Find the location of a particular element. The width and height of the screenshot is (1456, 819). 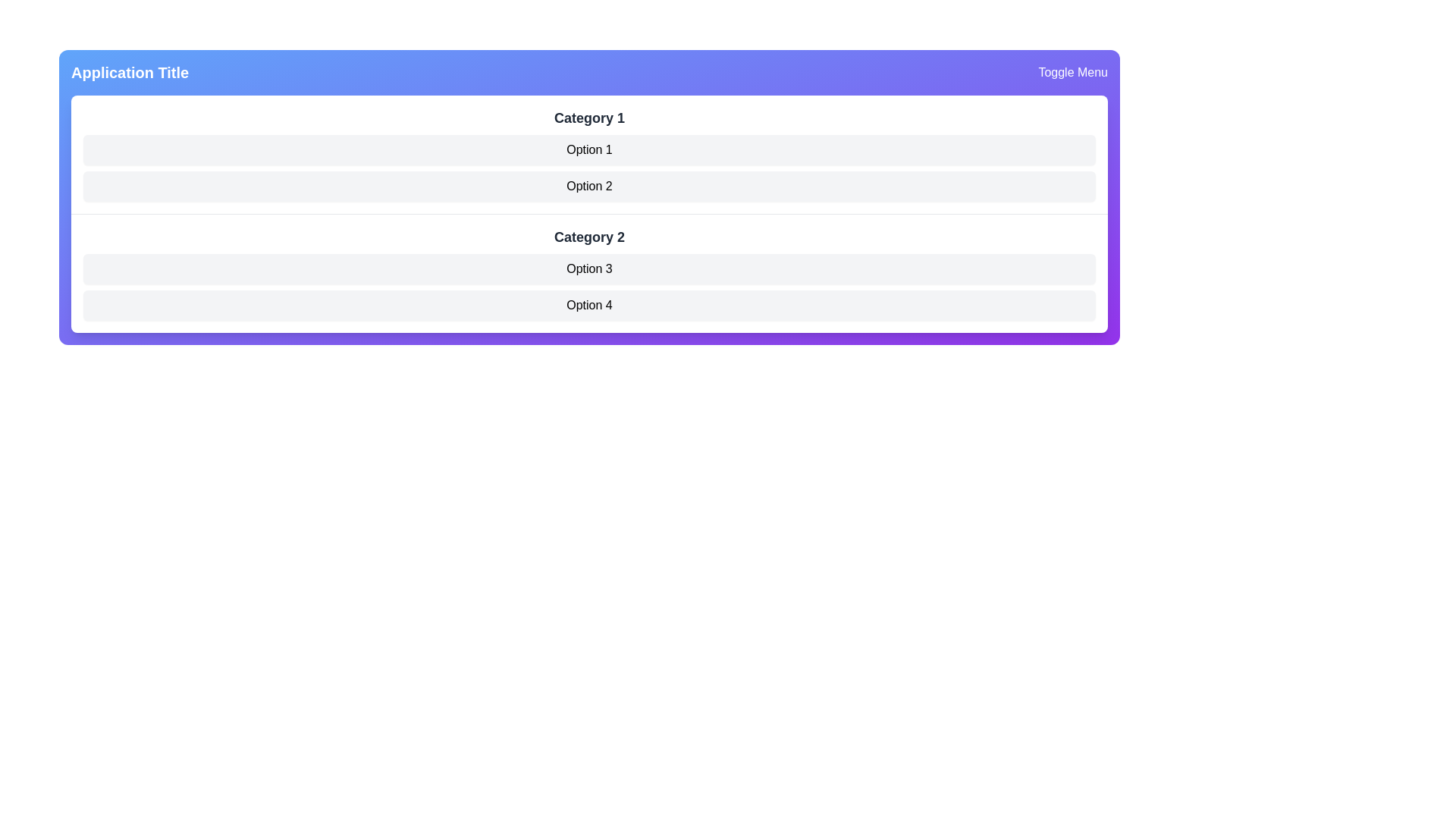

the 'Option 3' button, which is a rectangular button with rounded corners and a light gray background, located in the middle-left section of the interface within the 'Category 2' group is located at coordinates (588, 268).